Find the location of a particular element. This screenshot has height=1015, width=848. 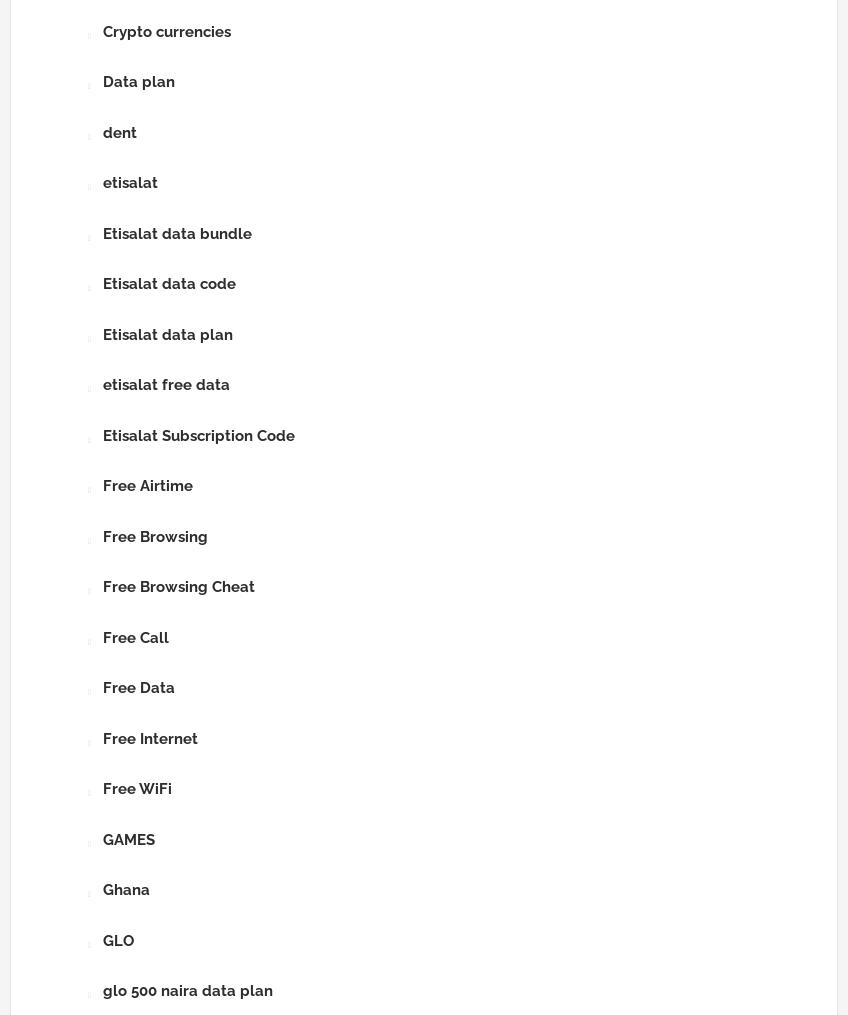

'GAMES' is located at coordinates (103, 838).